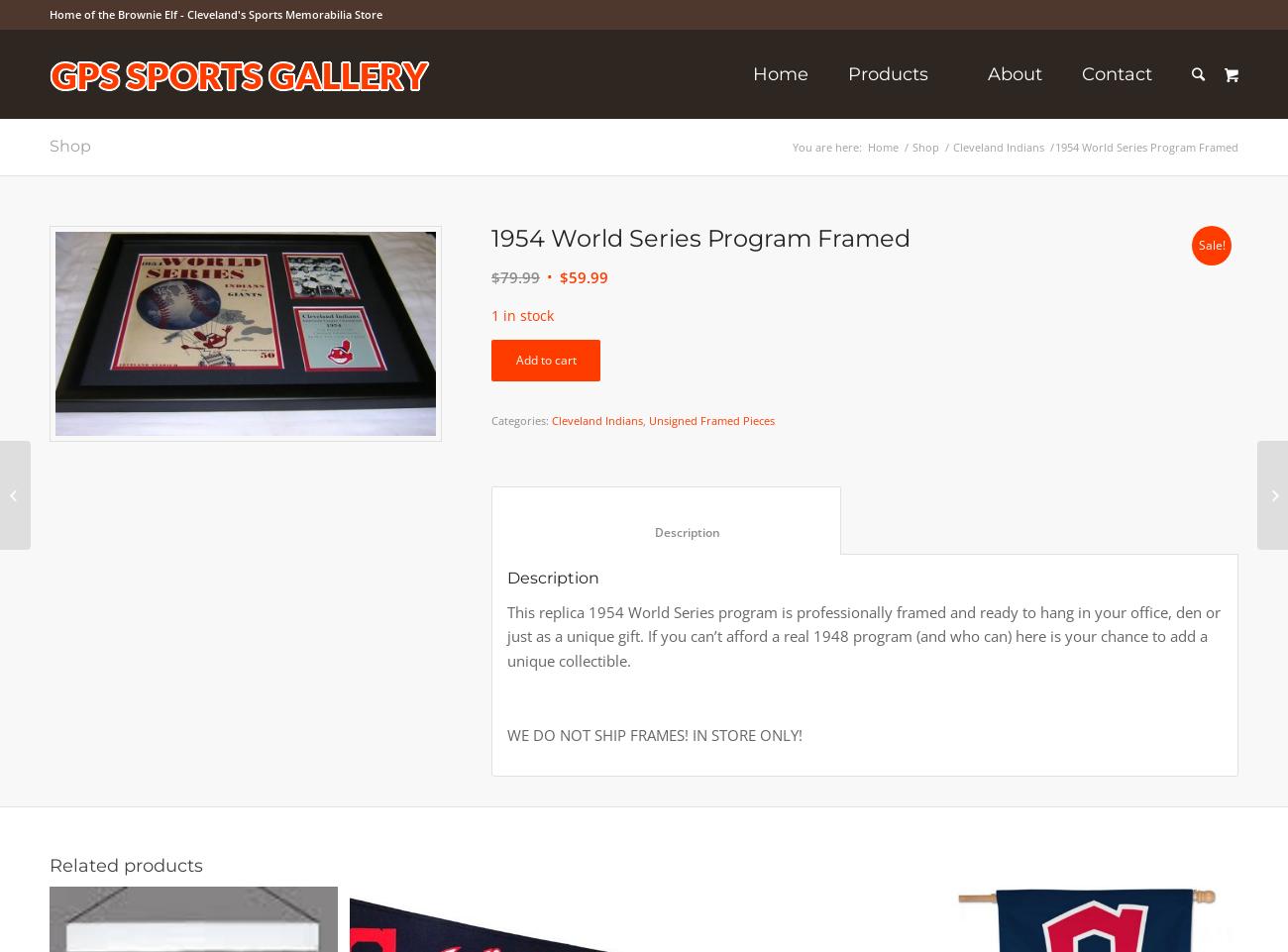 The height and width of the screenshot is (952, 1288). Describe the element at coordinates (711, 420) in the screenshot. I see `'Unsigned Framed Pieces'` at that location.